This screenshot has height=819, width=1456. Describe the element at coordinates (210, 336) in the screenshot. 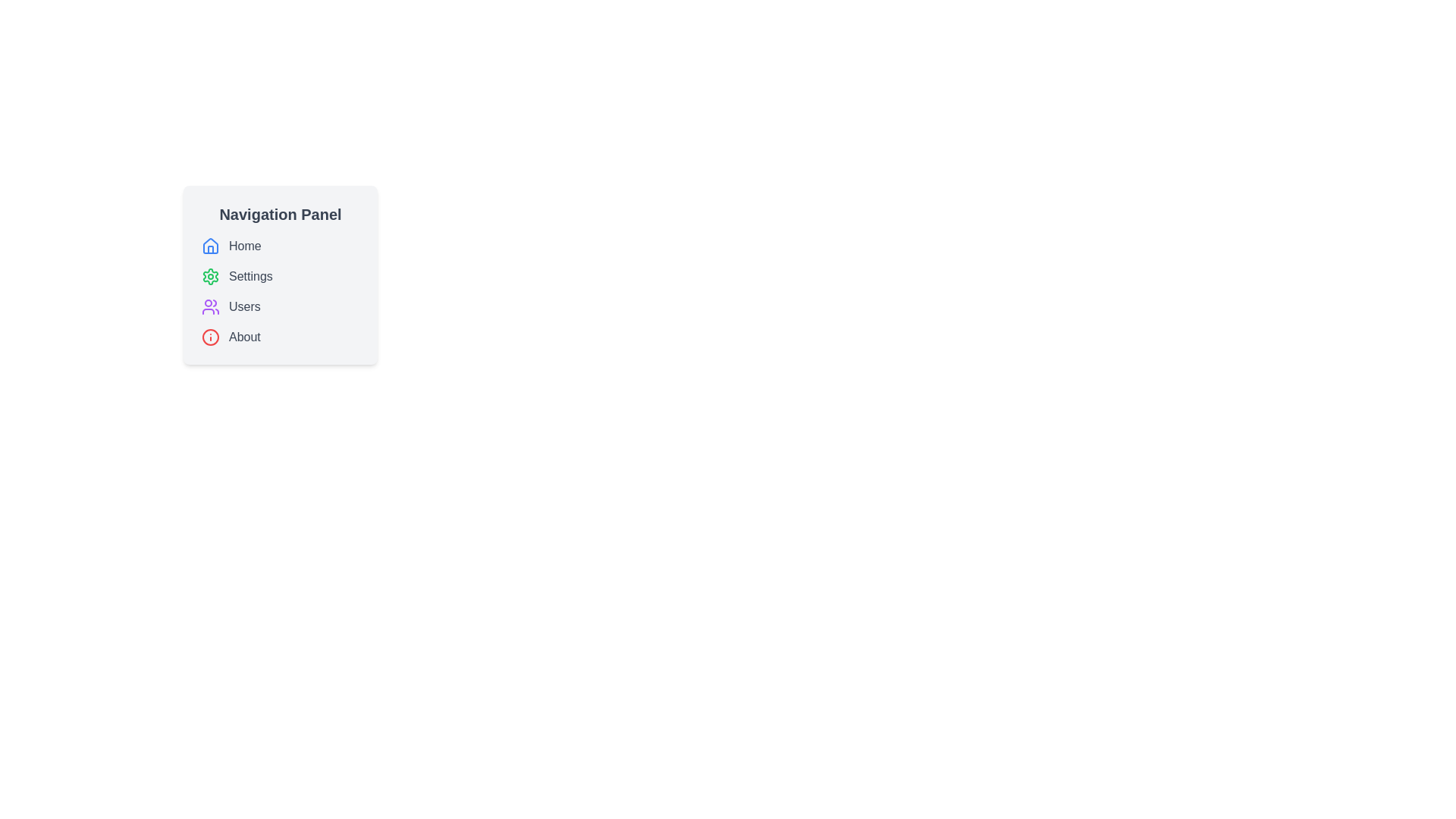

I see `the visual representation of the circular SVG graphic with a red boundary located in the 'About' option of the navigation panel` at that location.